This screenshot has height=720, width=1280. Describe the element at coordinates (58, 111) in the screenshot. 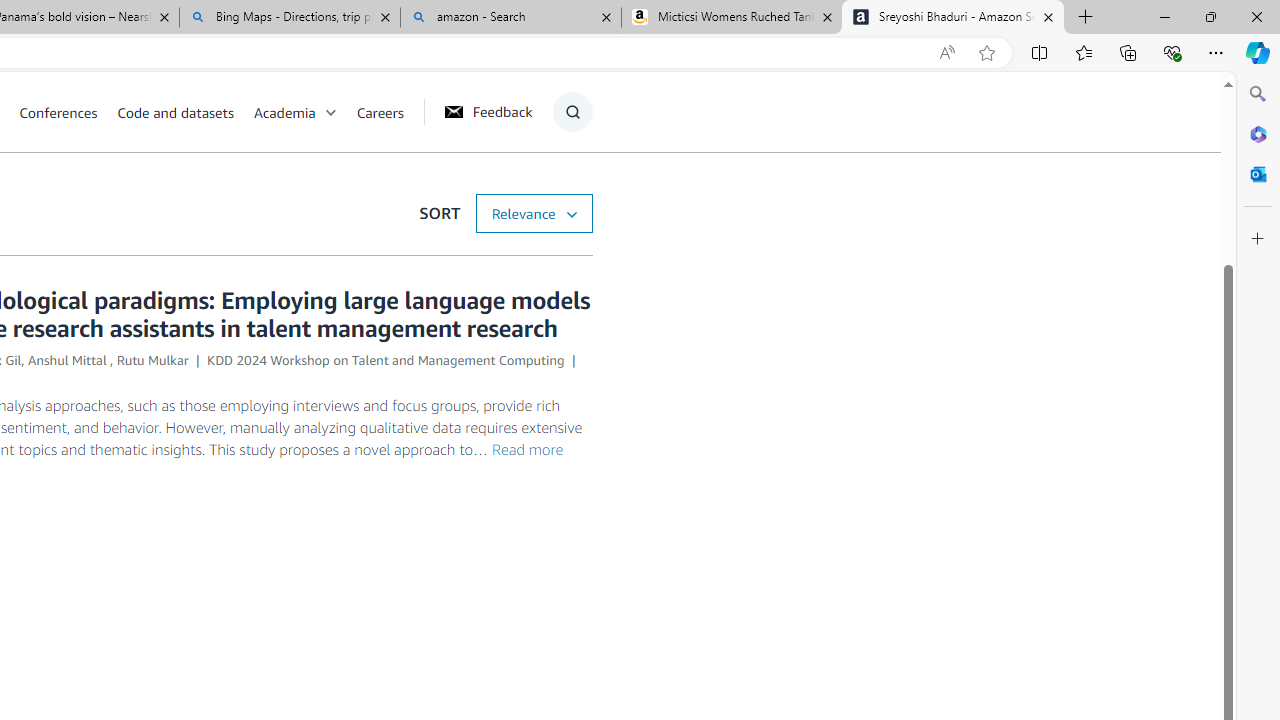

I see `'Conferences'` at that location.